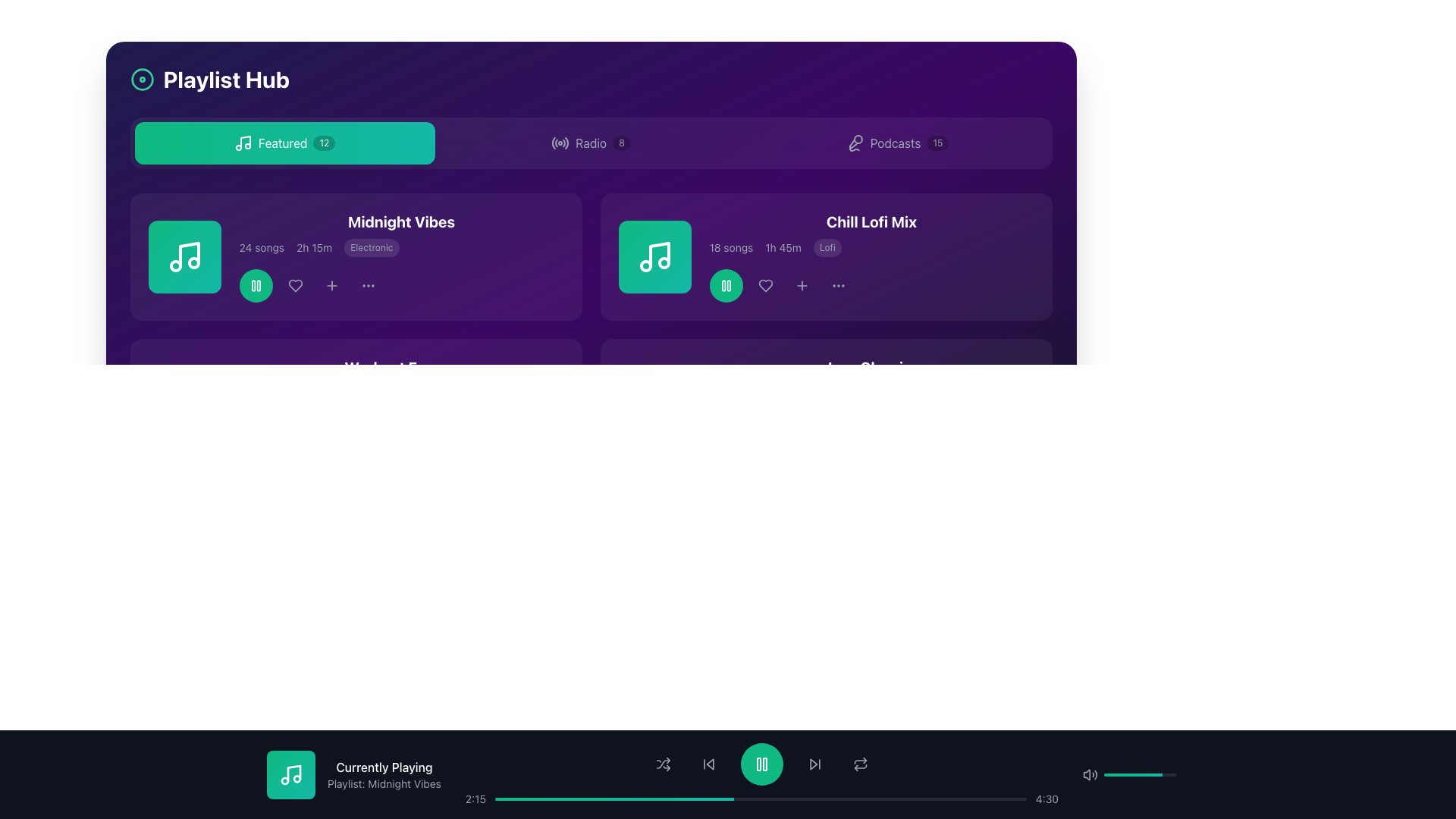  I want to click on the text label providing information about the 'Chill Lofi Mix' playlist, which is located in the upper-right quadrant of the interface, aligned with other playlist cards, so click(825, 256).